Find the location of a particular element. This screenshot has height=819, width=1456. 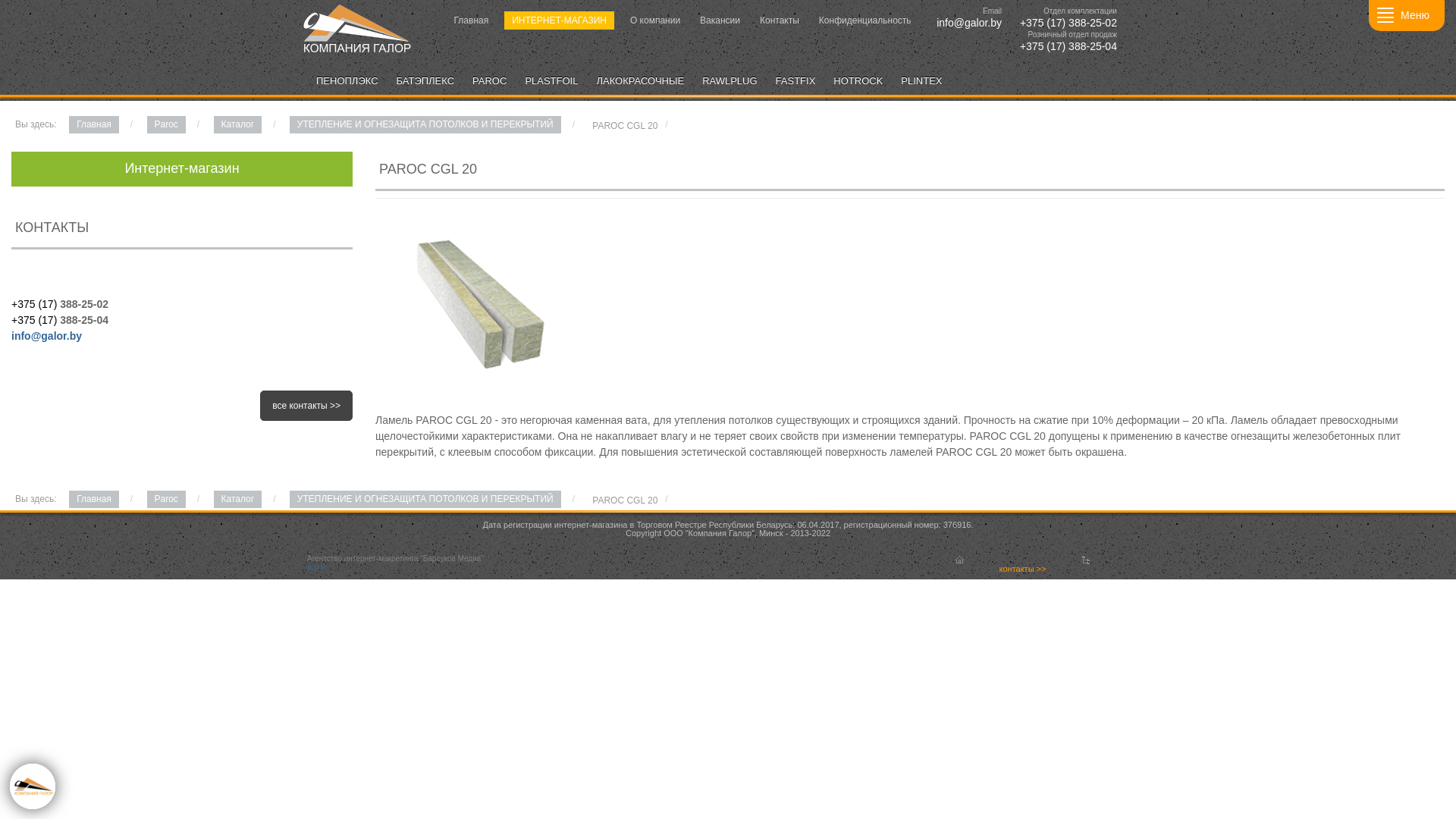

'RAWLPLUG' is located at coordinates (729, 81).